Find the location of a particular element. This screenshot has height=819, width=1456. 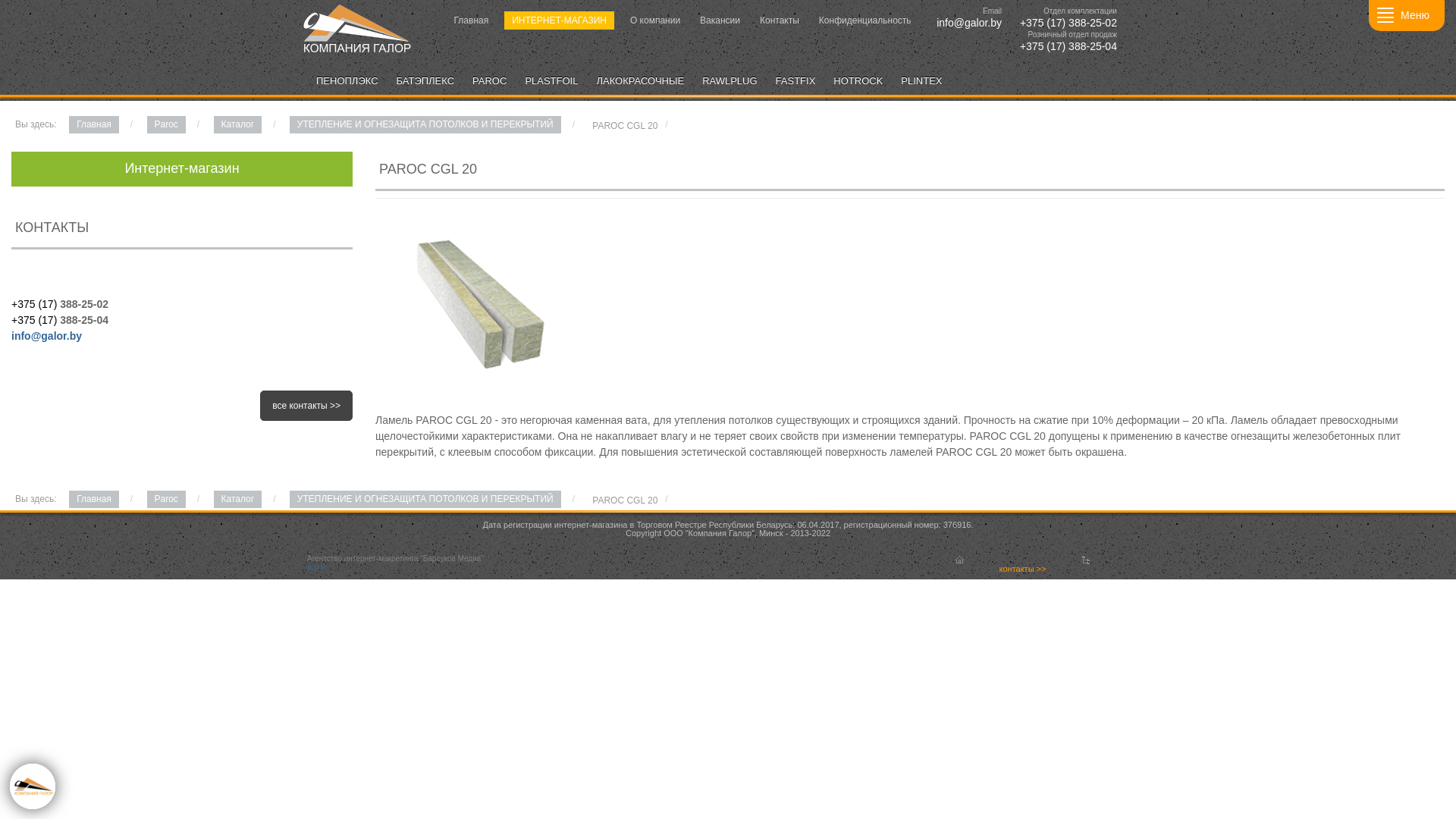

'RAWLPLUG' is located at coordinates (729, 81).